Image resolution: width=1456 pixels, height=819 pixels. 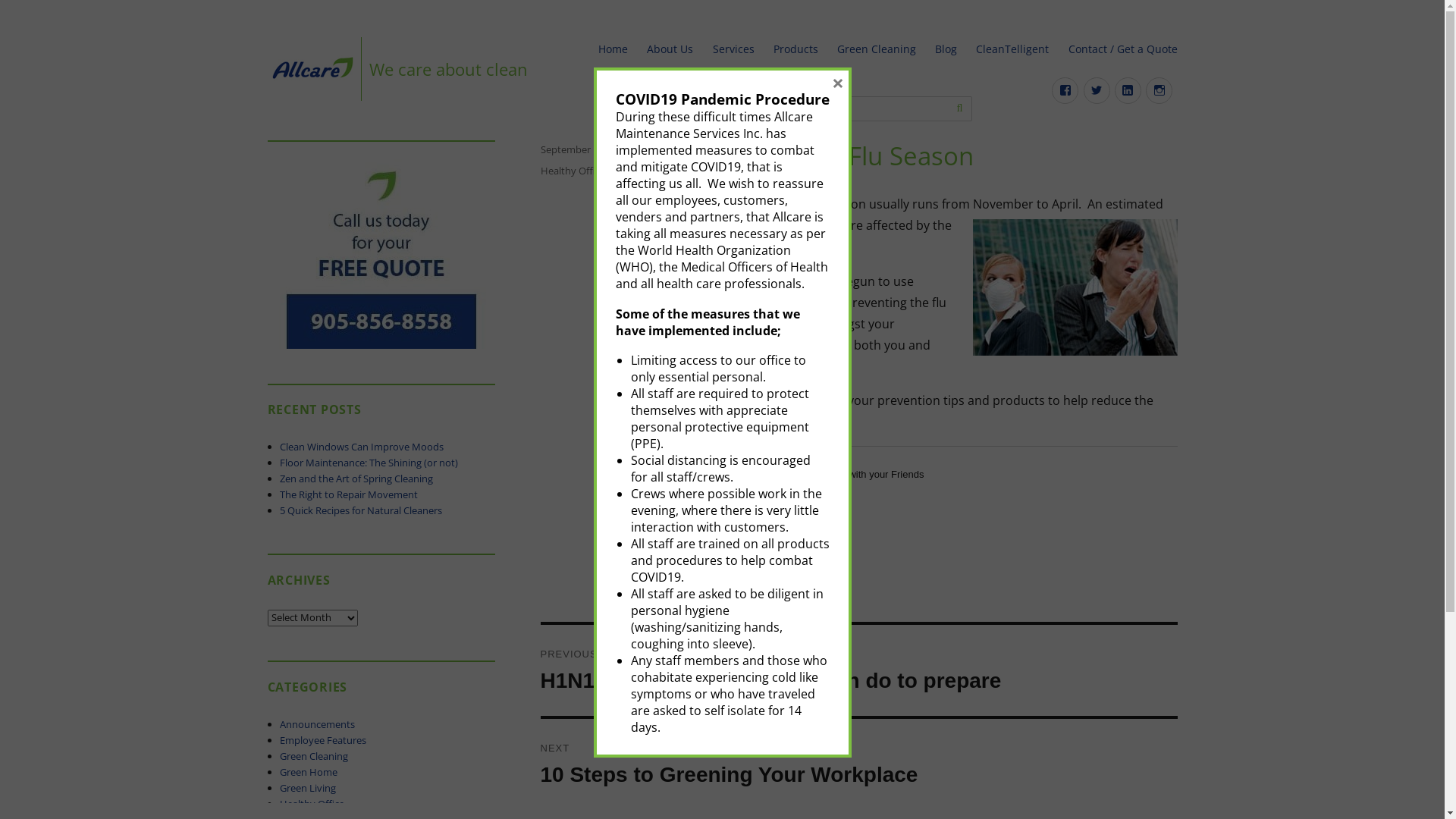 I want to click on 'Healthy Office', so click(x=571, y=170).